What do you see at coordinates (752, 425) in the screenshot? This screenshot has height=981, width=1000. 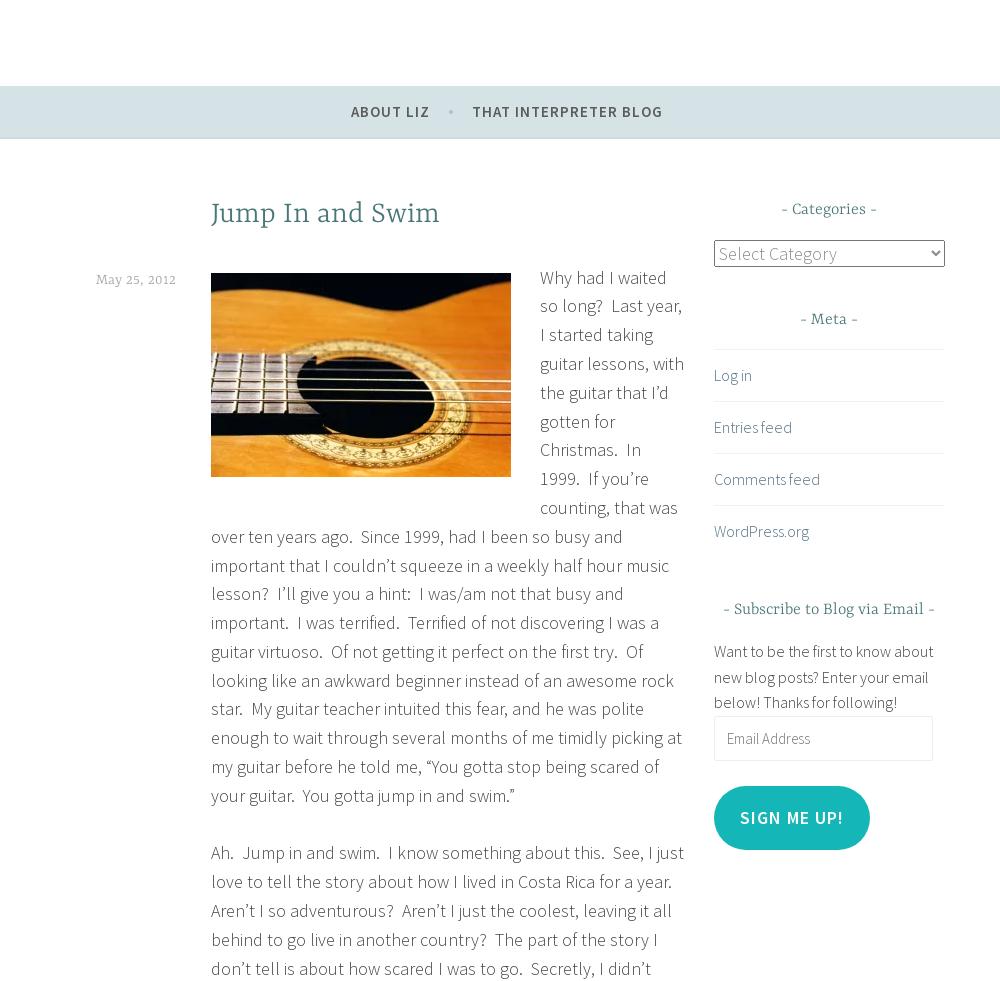 I see `'Entries feed'` at bounding box center [752, 425].